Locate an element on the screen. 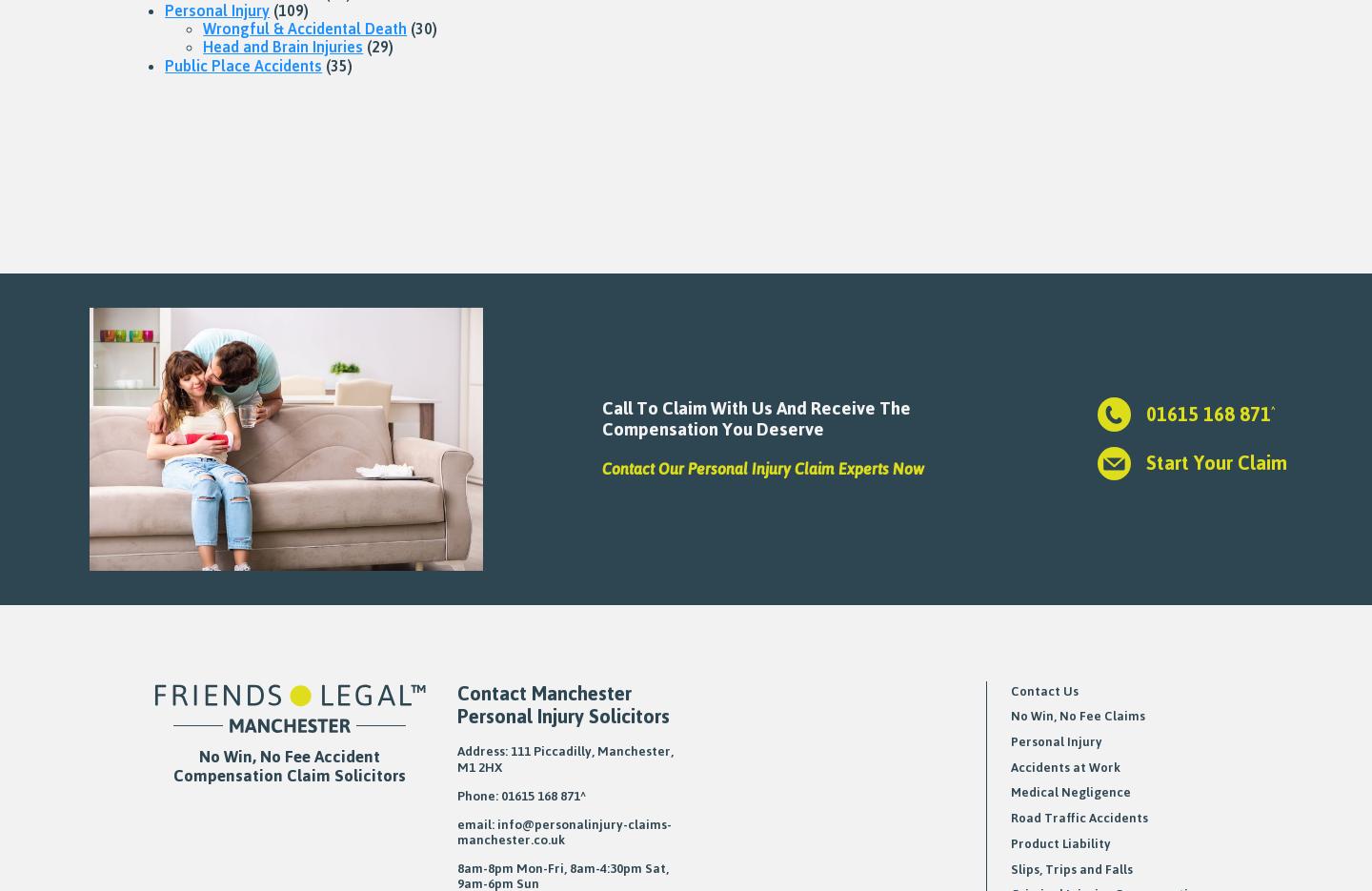 The image size is (1372, 891). 'Road Traffic Accidents' is located at coordinates (1077, 816).